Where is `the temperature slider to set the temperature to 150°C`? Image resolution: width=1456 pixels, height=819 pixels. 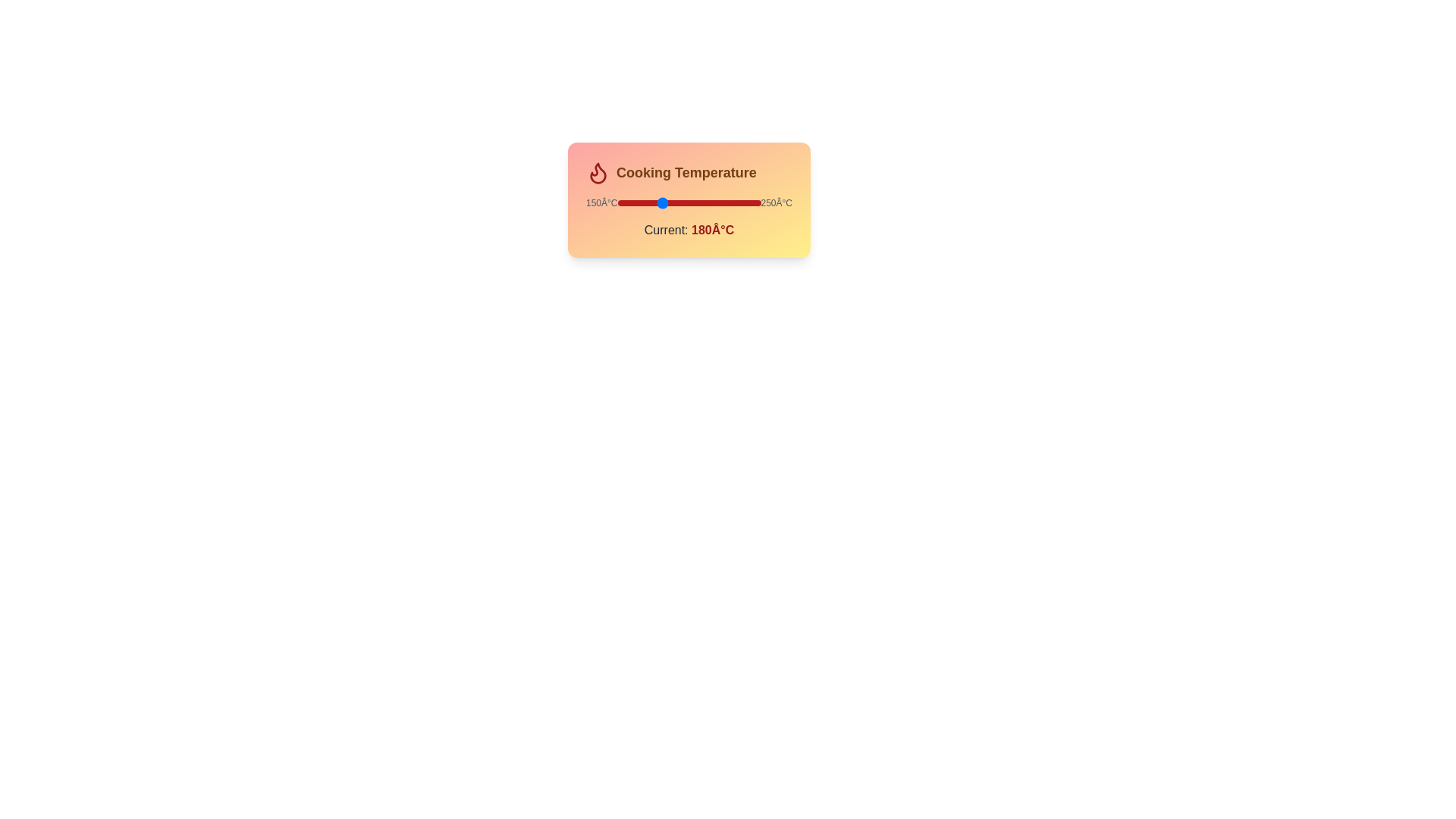
the temperature slider to set the temperature to 150°C is located at coordinates (617, 202).